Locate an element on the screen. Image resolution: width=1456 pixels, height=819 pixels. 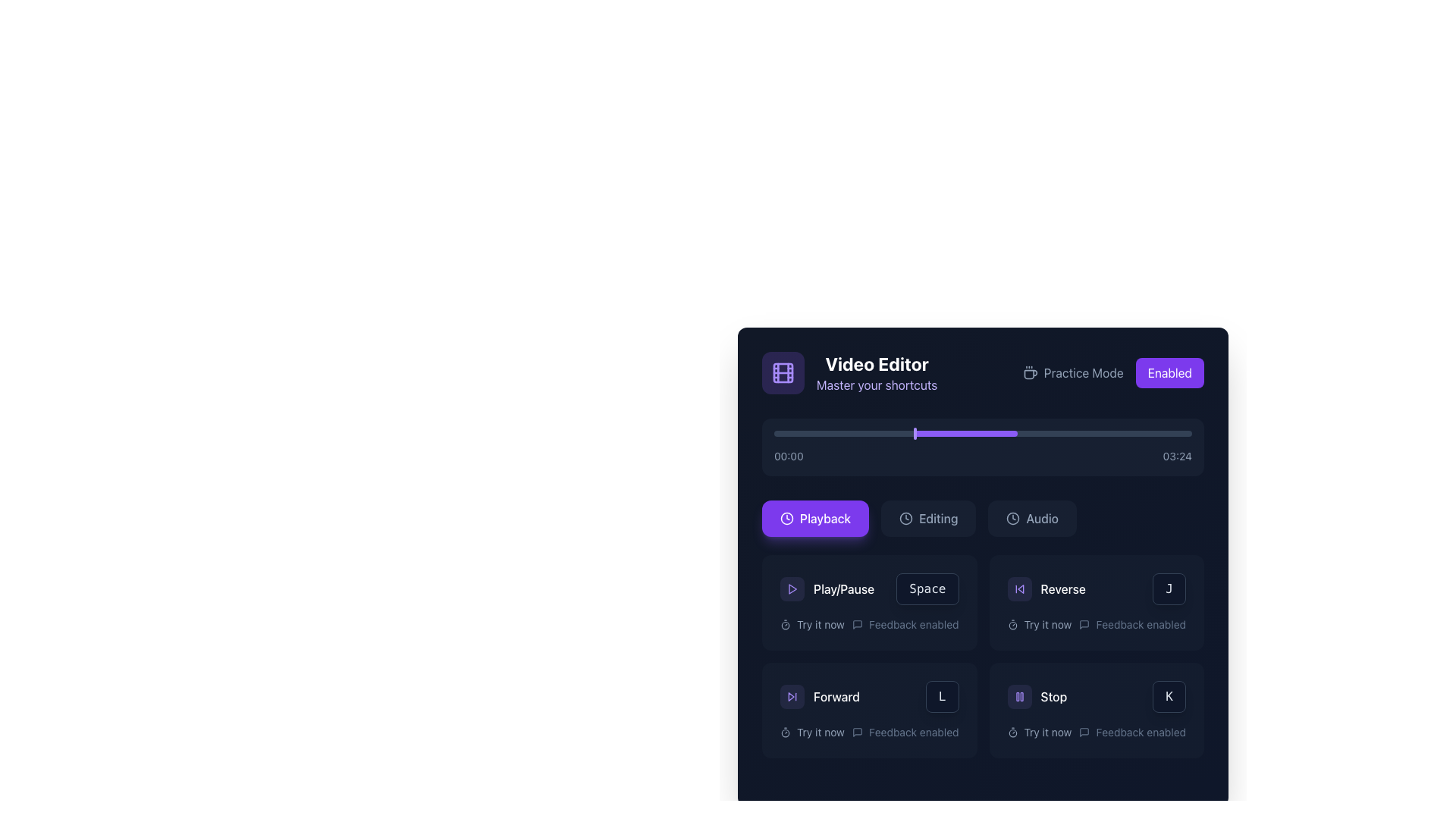
the informational text label encouraging users to 'try it now', located below the 'Play/Pause' button in the playback section is located at coordinates (820, 625).